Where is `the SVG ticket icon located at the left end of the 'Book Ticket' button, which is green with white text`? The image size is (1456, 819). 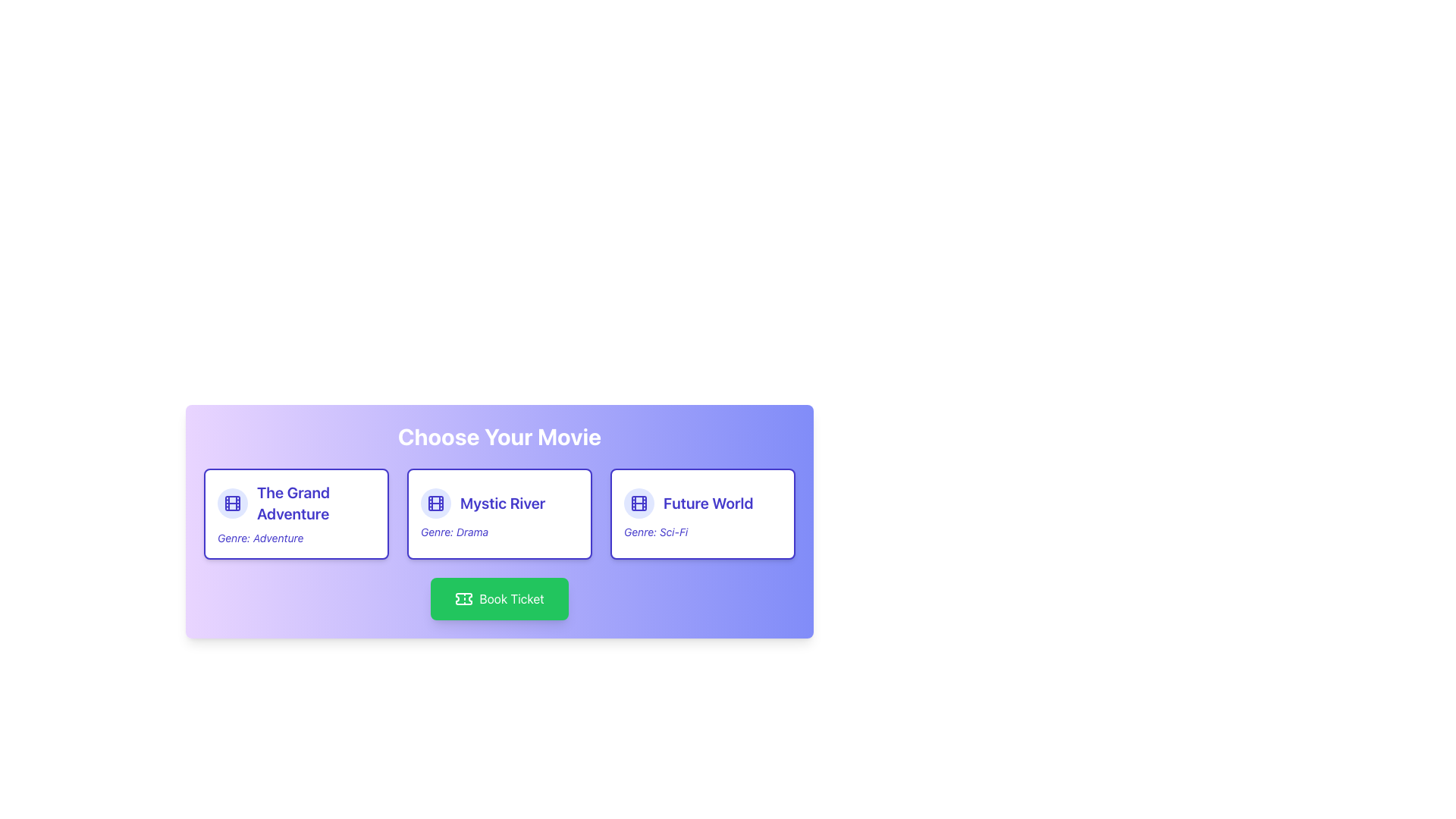
the SVG ticket icon located at the left end of the 'Book Ticket' button, which is green with white text is located at coordinates (463, 598).